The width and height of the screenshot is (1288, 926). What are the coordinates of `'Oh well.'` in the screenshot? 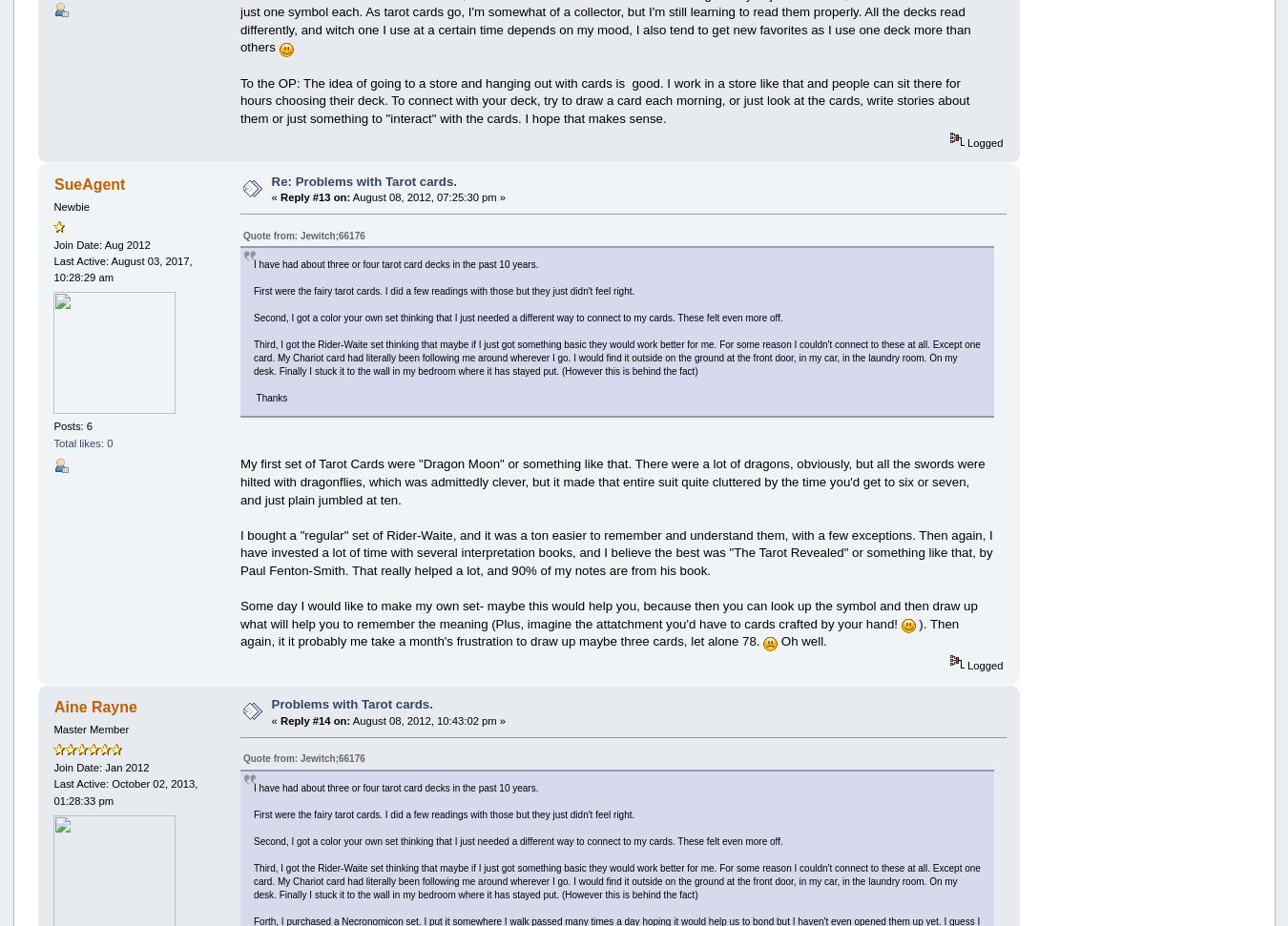 It's located at (777, 641).